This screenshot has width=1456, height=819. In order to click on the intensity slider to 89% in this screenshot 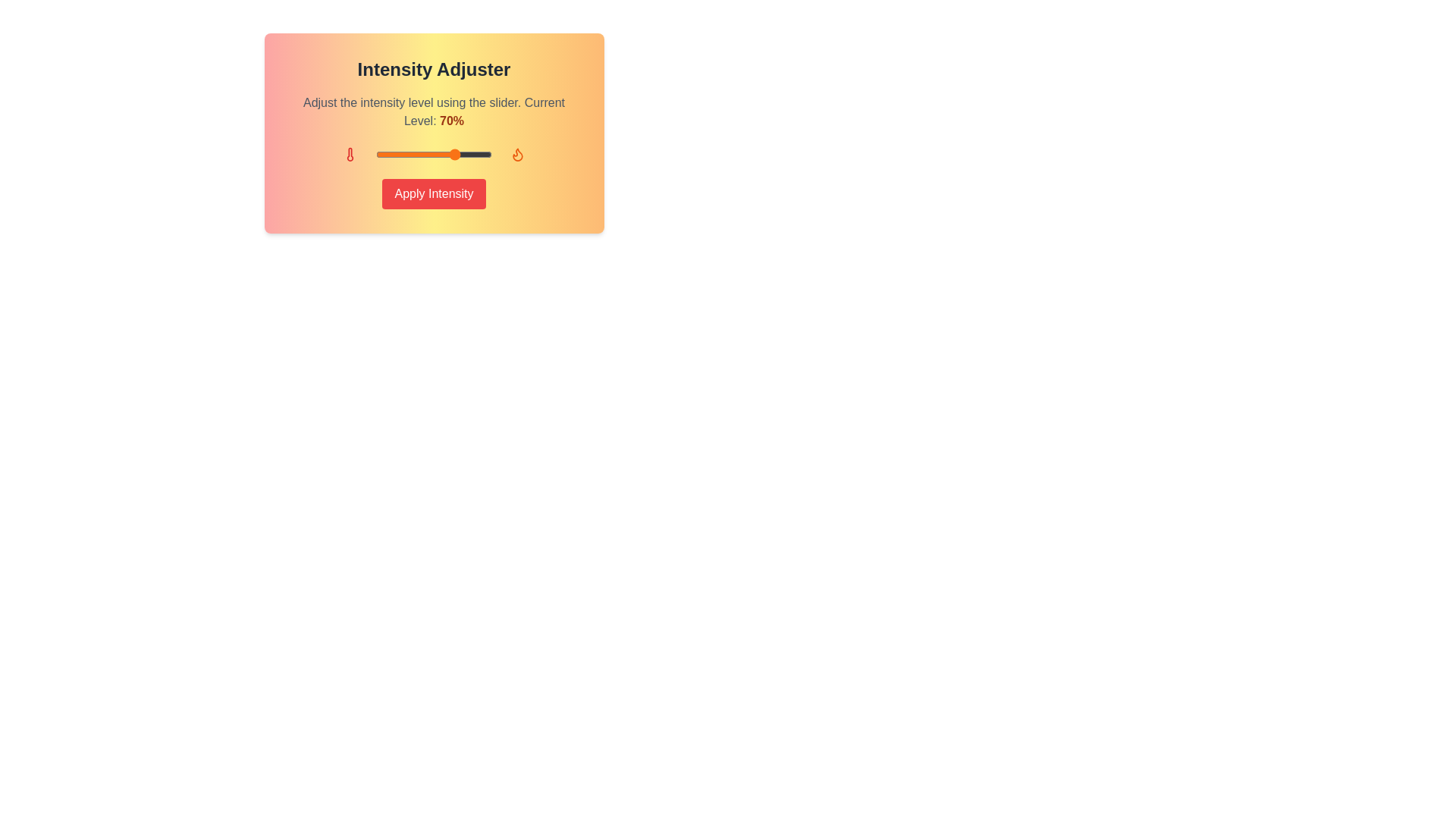, I will do `click(479, 155)`.